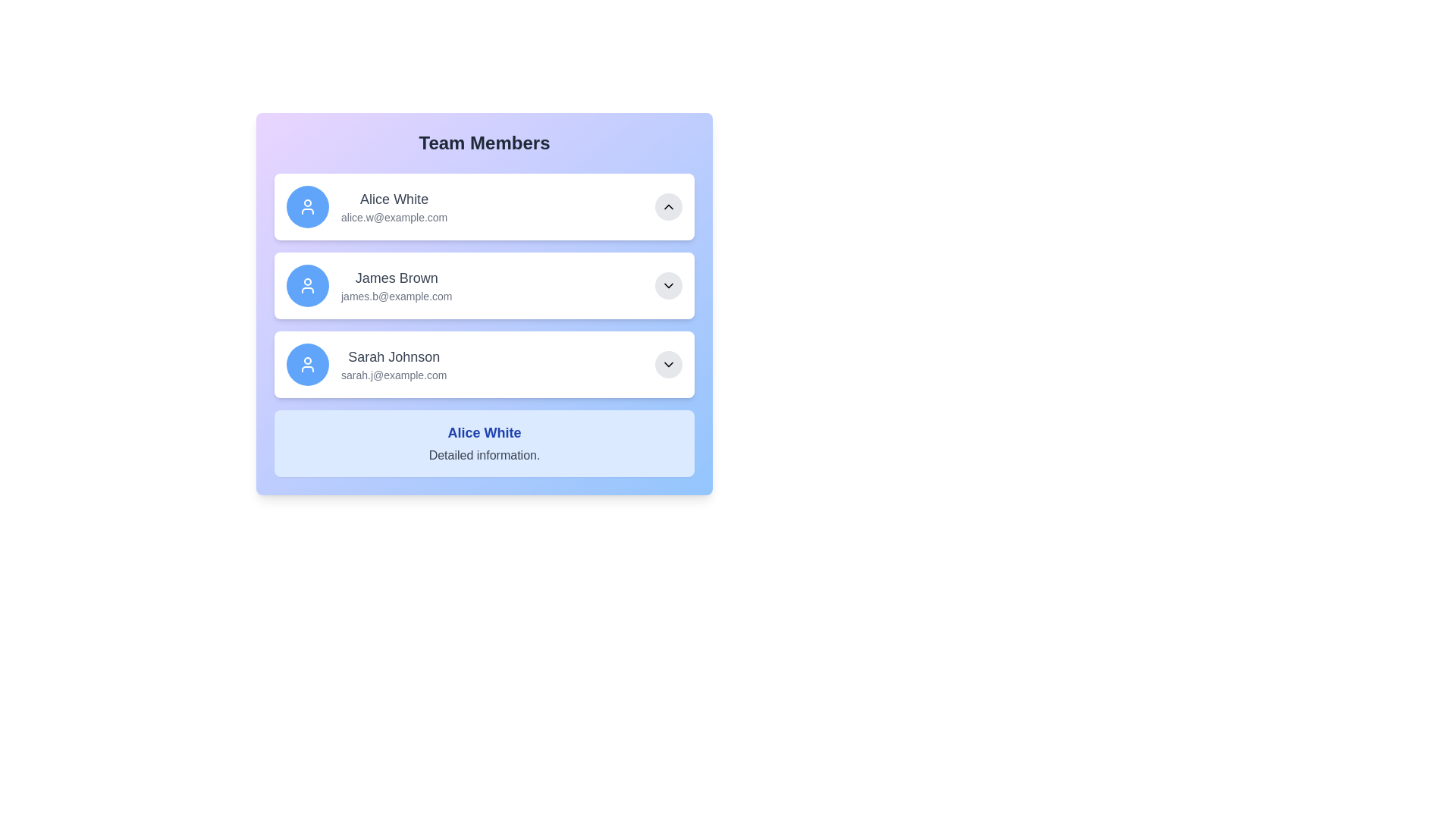  What do you see at coordinates (668, 286) in the screenshot?
I see `the downward-pointing chevron icon button with a light gray background located at the far right of the 'James Brown' user card entry to observe its hover effects` at bounding box center [668, 286].